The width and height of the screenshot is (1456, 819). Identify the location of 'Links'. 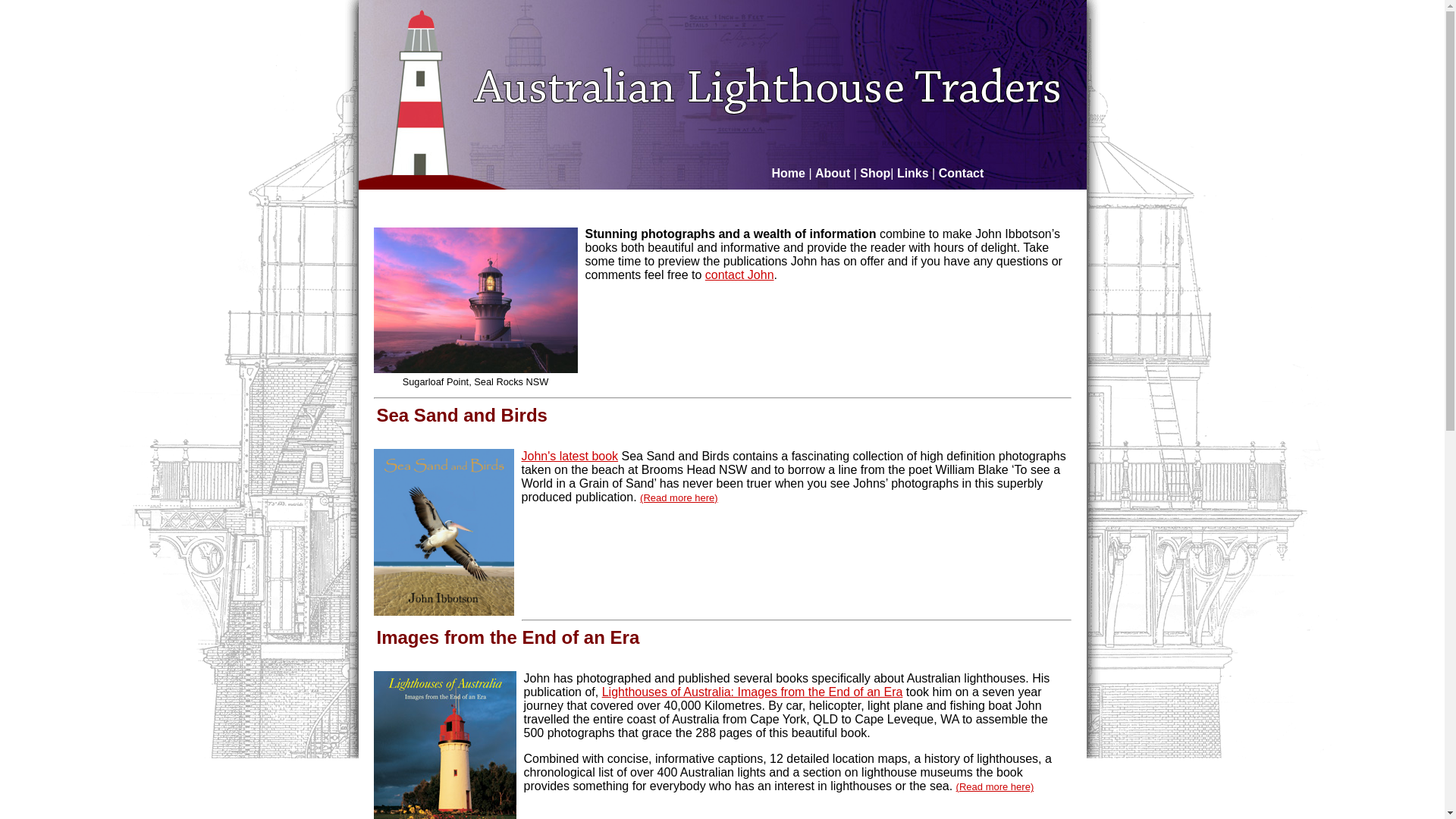
(896, 172).